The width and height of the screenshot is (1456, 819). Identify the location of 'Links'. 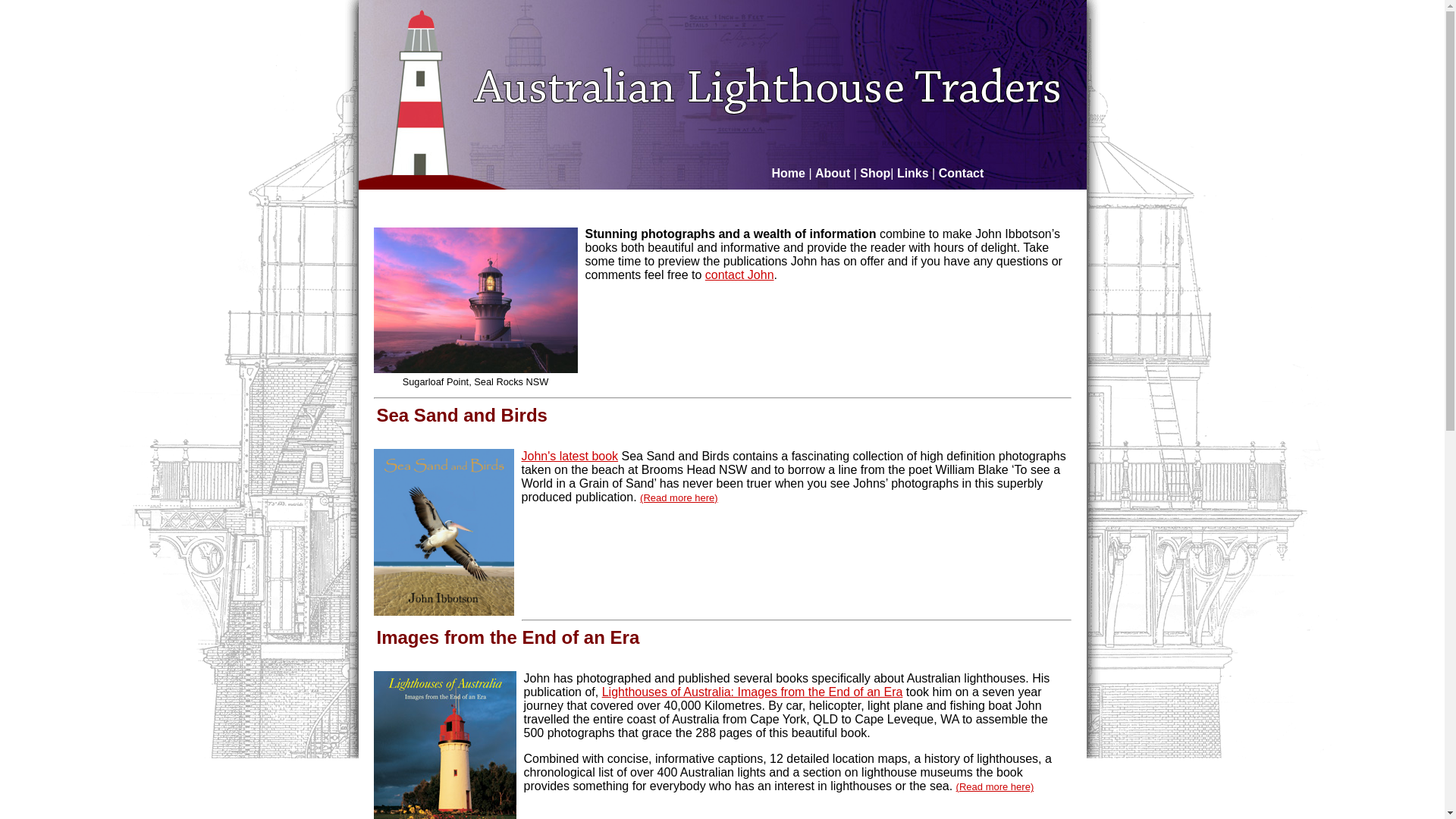
(896, 172).